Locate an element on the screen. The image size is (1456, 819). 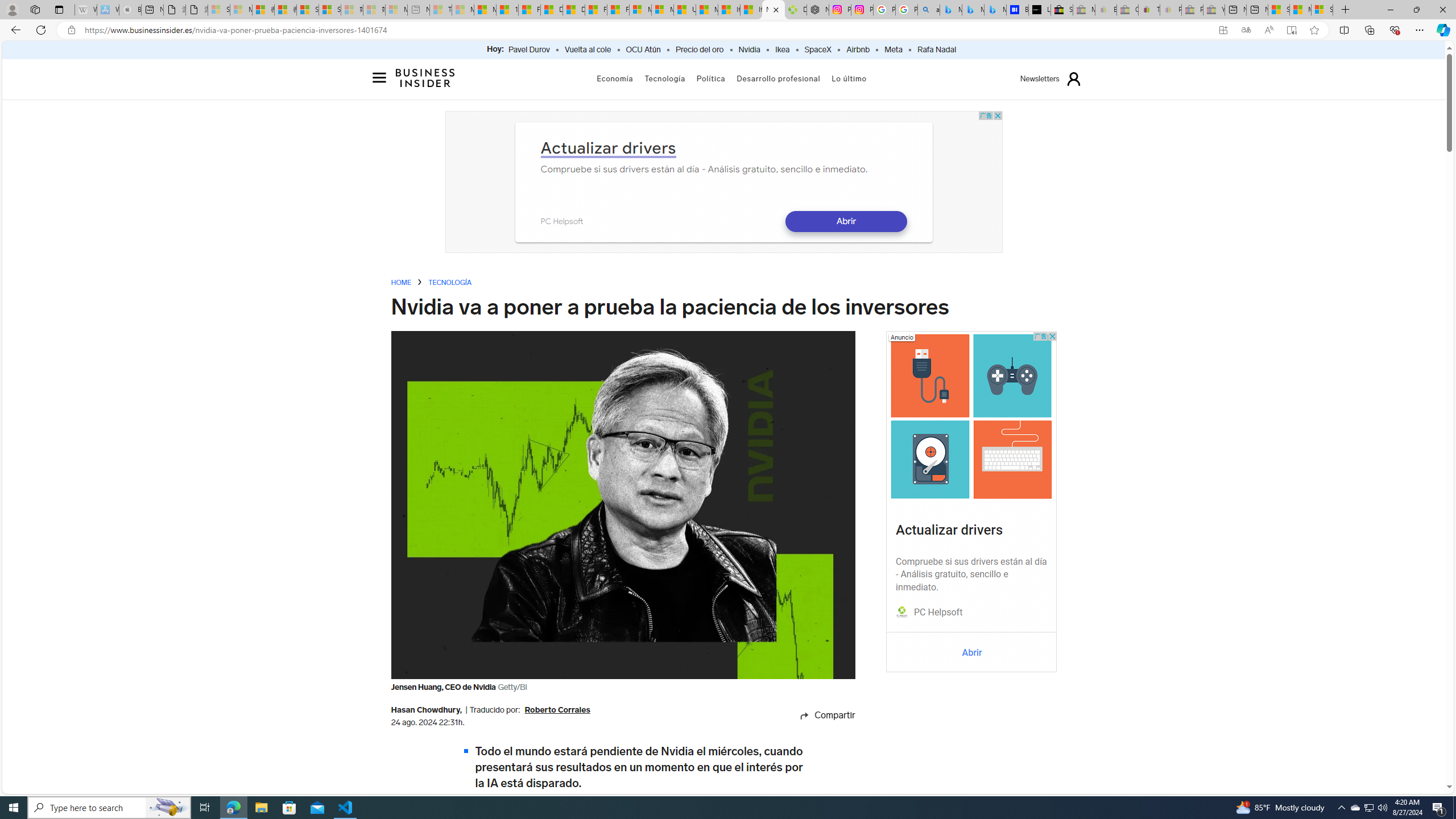
'PC Helpsoft' is located at coordinates (937, 612).